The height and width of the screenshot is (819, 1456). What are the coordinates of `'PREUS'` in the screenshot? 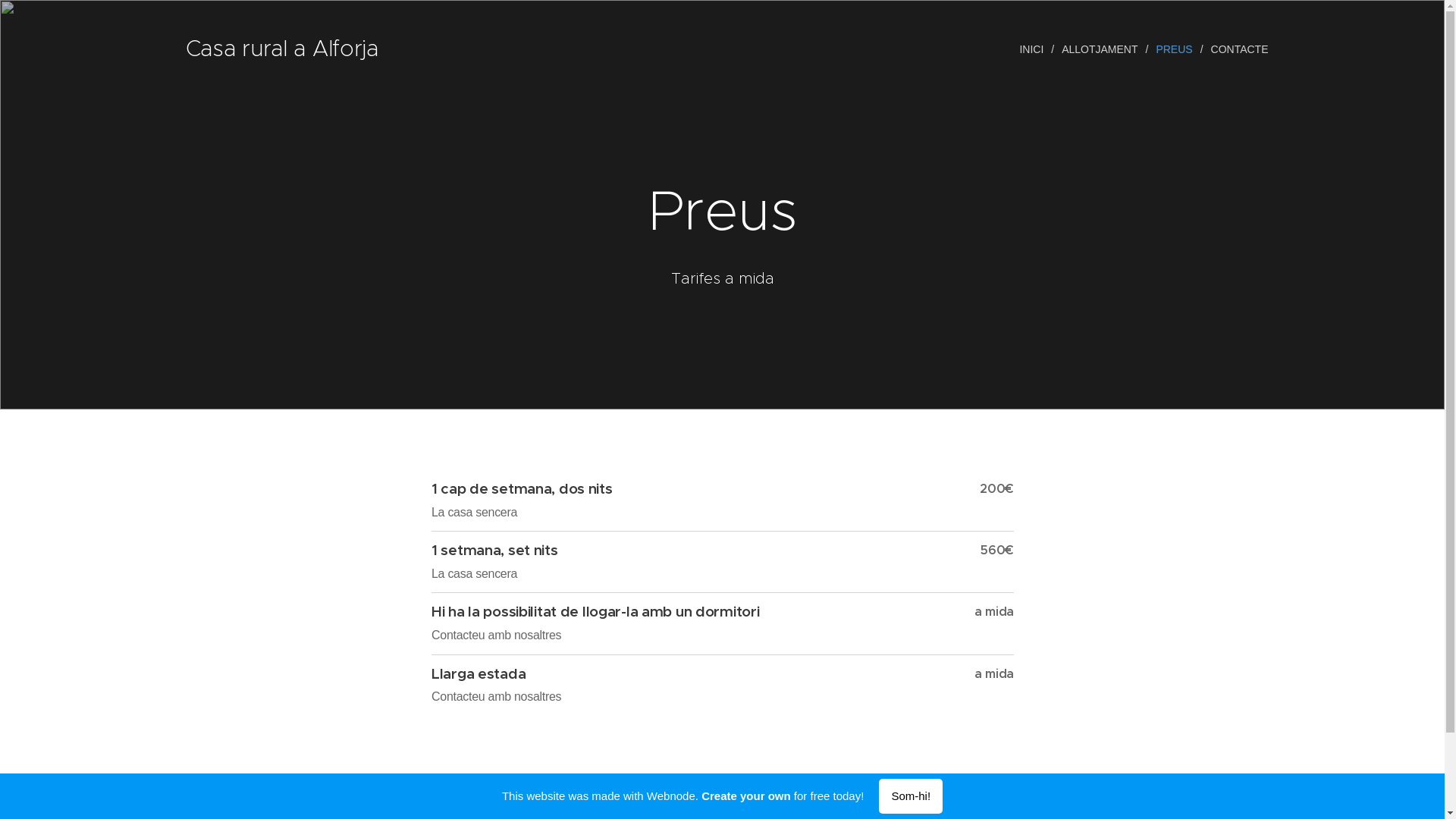 It's located at (1175, 49).